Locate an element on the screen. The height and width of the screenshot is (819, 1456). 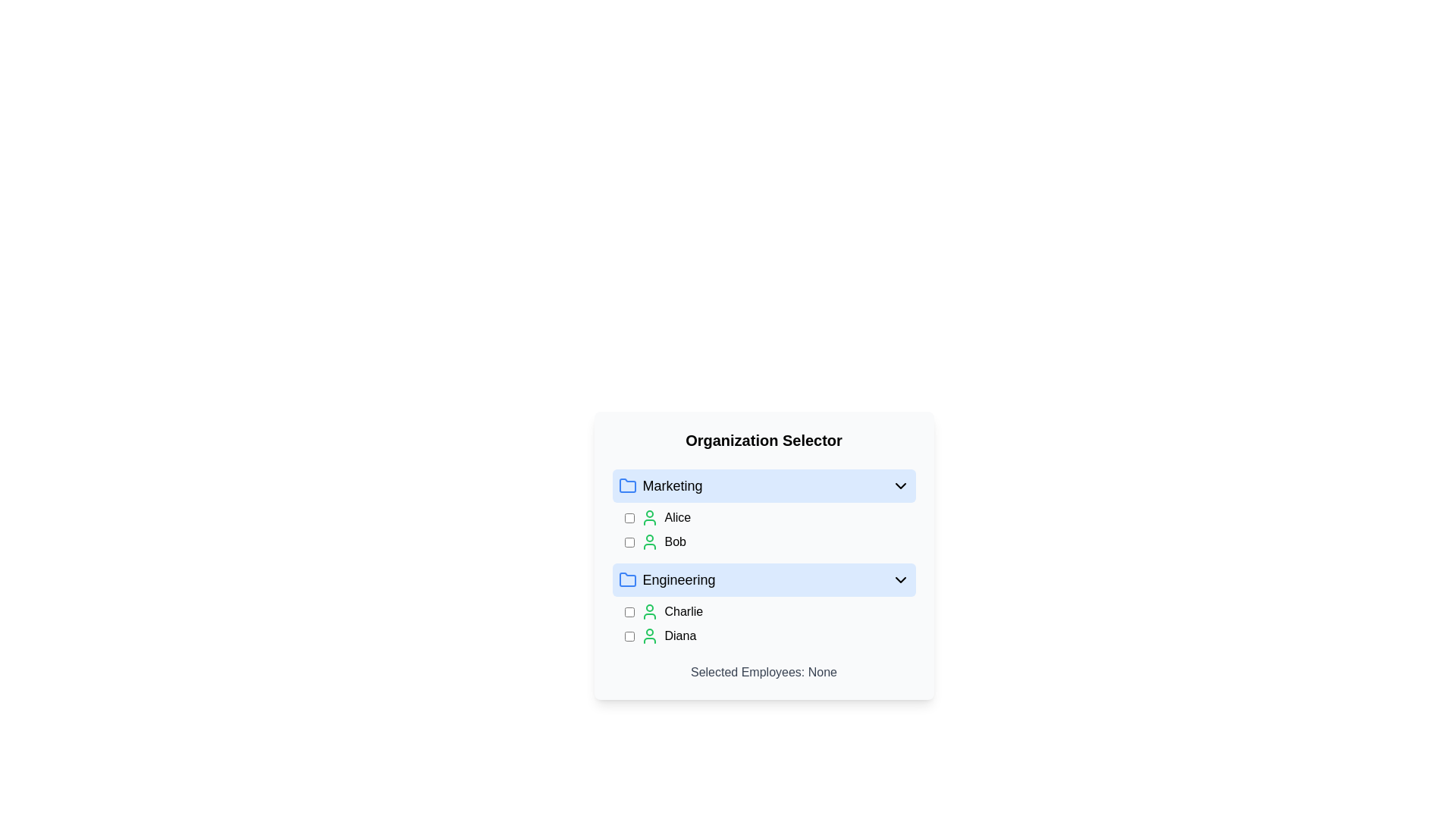
the second folder icon in the 'Organization Selector' list, located to the left of the text 'Engineering' is located at coordinates (627, 579).